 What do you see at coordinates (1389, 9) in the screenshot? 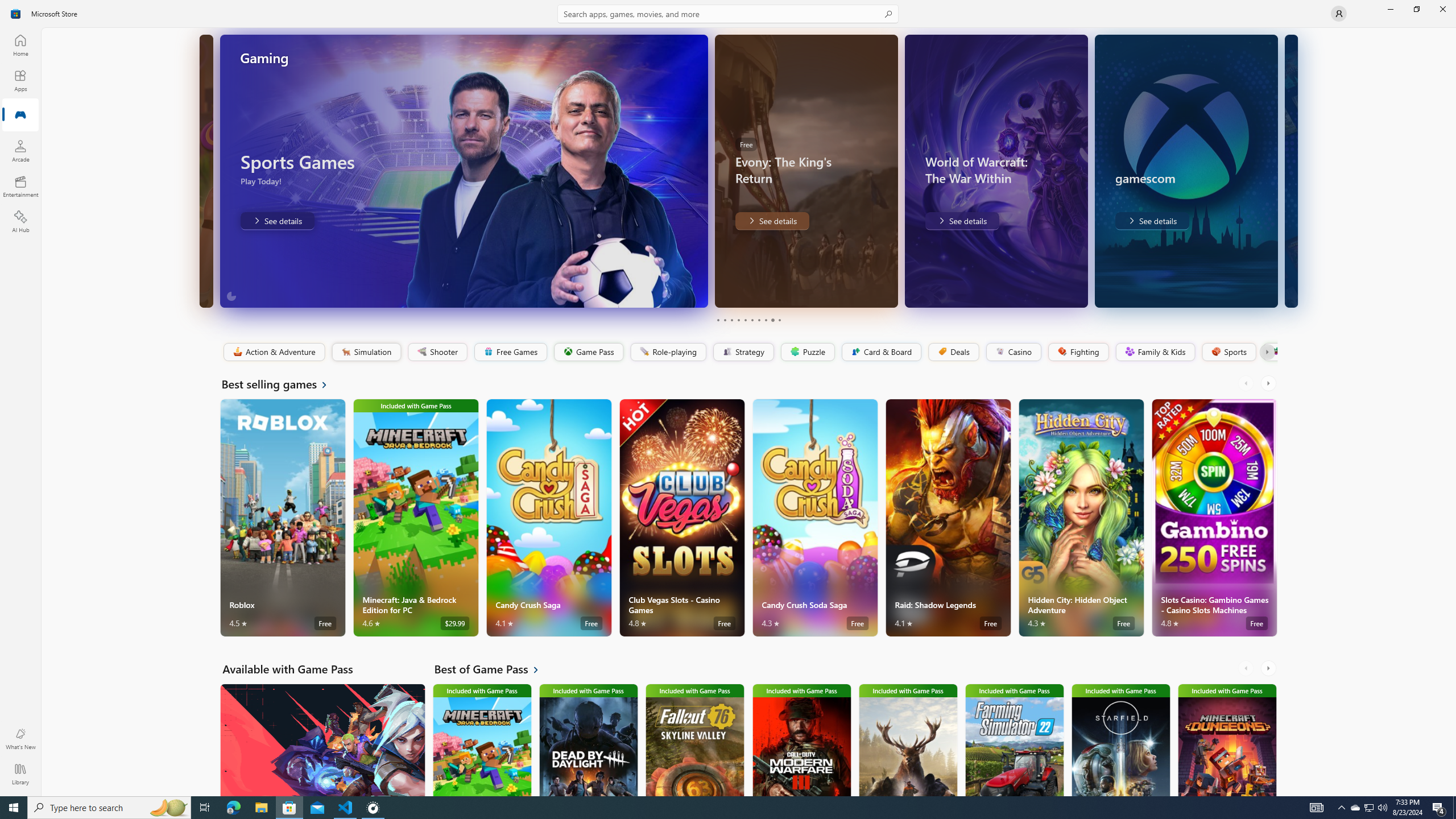
I see `'Minimize Microsoft Store'` at bounding box center [1389, 9].